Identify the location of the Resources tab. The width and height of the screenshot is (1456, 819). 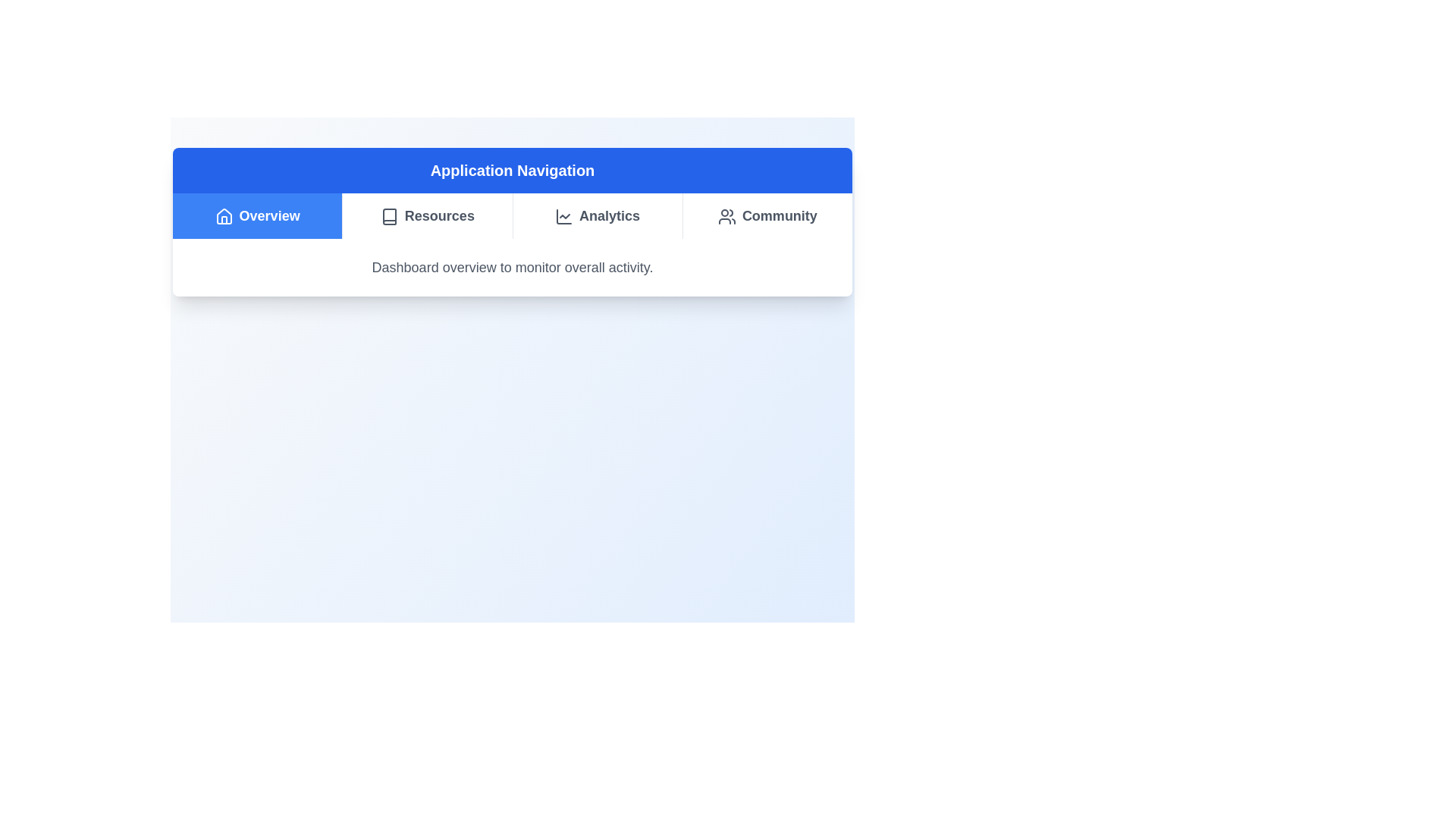
(426, 216).